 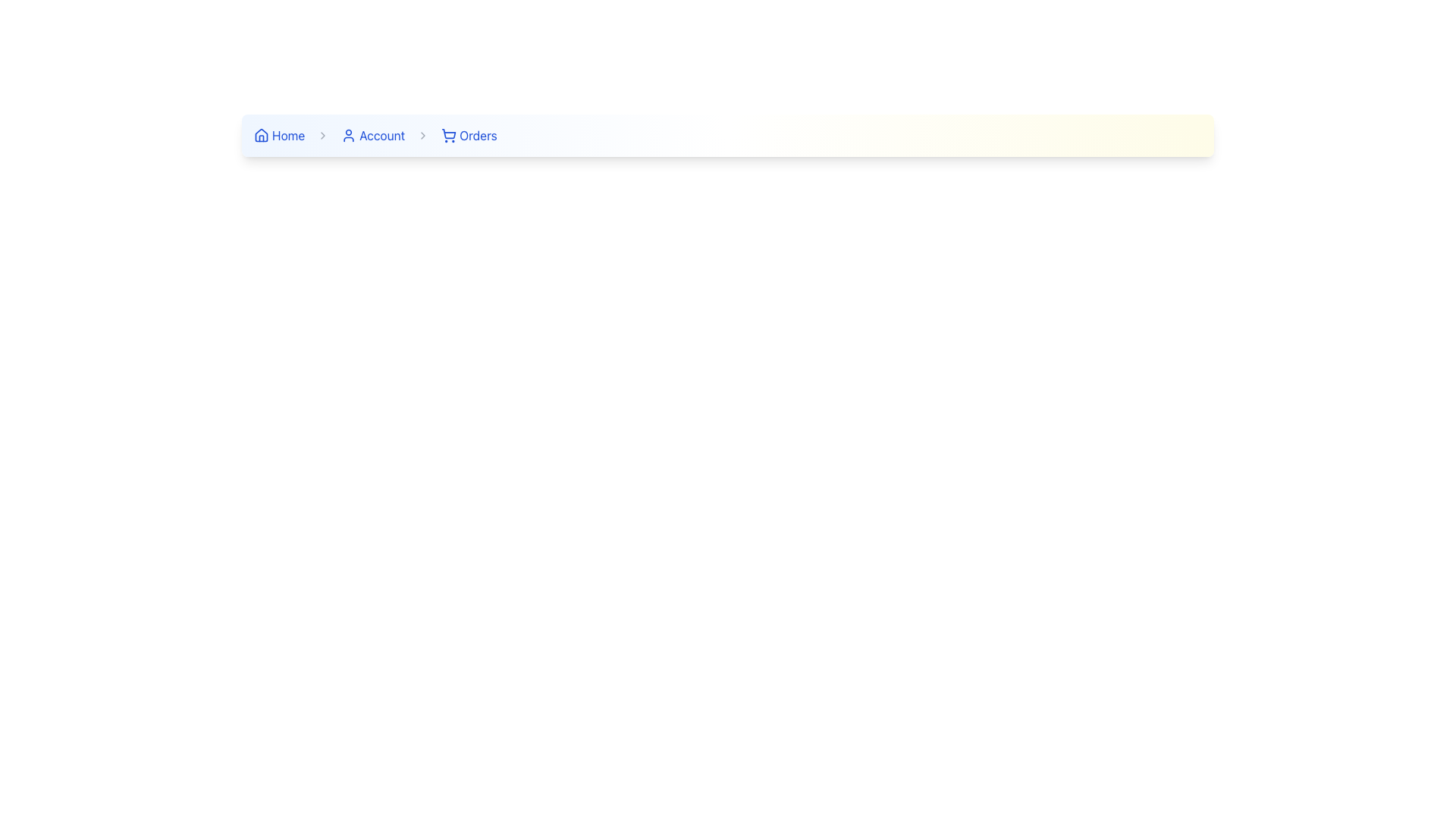 I want to click on the third breadcrumb link labeled 'Orders' in the header section, so click(x=468, y=134).